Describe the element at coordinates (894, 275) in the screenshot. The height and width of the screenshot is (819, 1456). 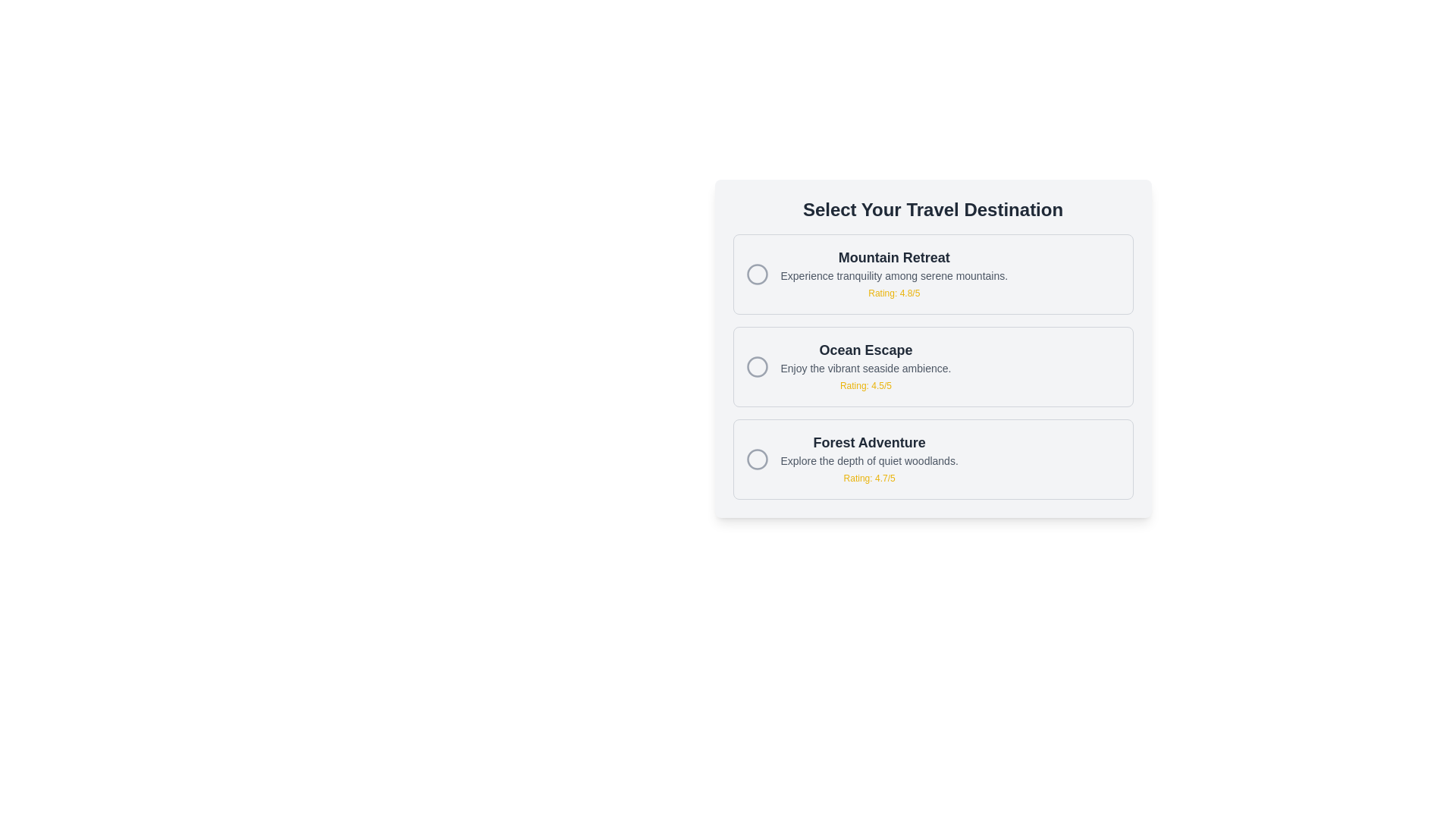
I see `the descriptive tagline for the 'Mountain Retreat' option, which is centrally aligned below the title and above the rating text` at that location.